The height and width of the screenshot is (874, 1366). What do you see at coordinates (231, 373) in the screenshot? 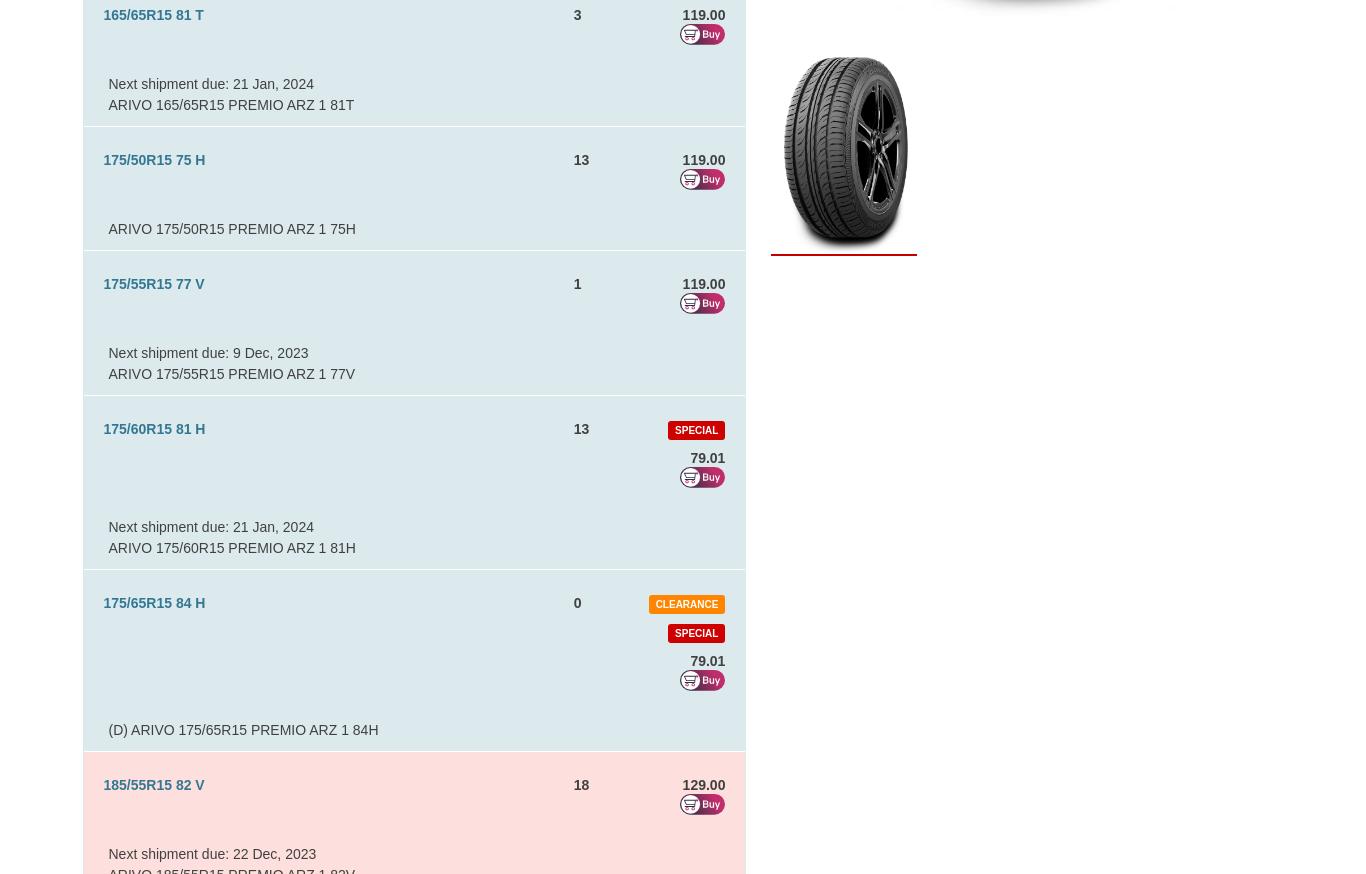
I see `'ARIVO 175/55R15 PREMIO ARZ 1 77V'` at bounding box center [231, 373].